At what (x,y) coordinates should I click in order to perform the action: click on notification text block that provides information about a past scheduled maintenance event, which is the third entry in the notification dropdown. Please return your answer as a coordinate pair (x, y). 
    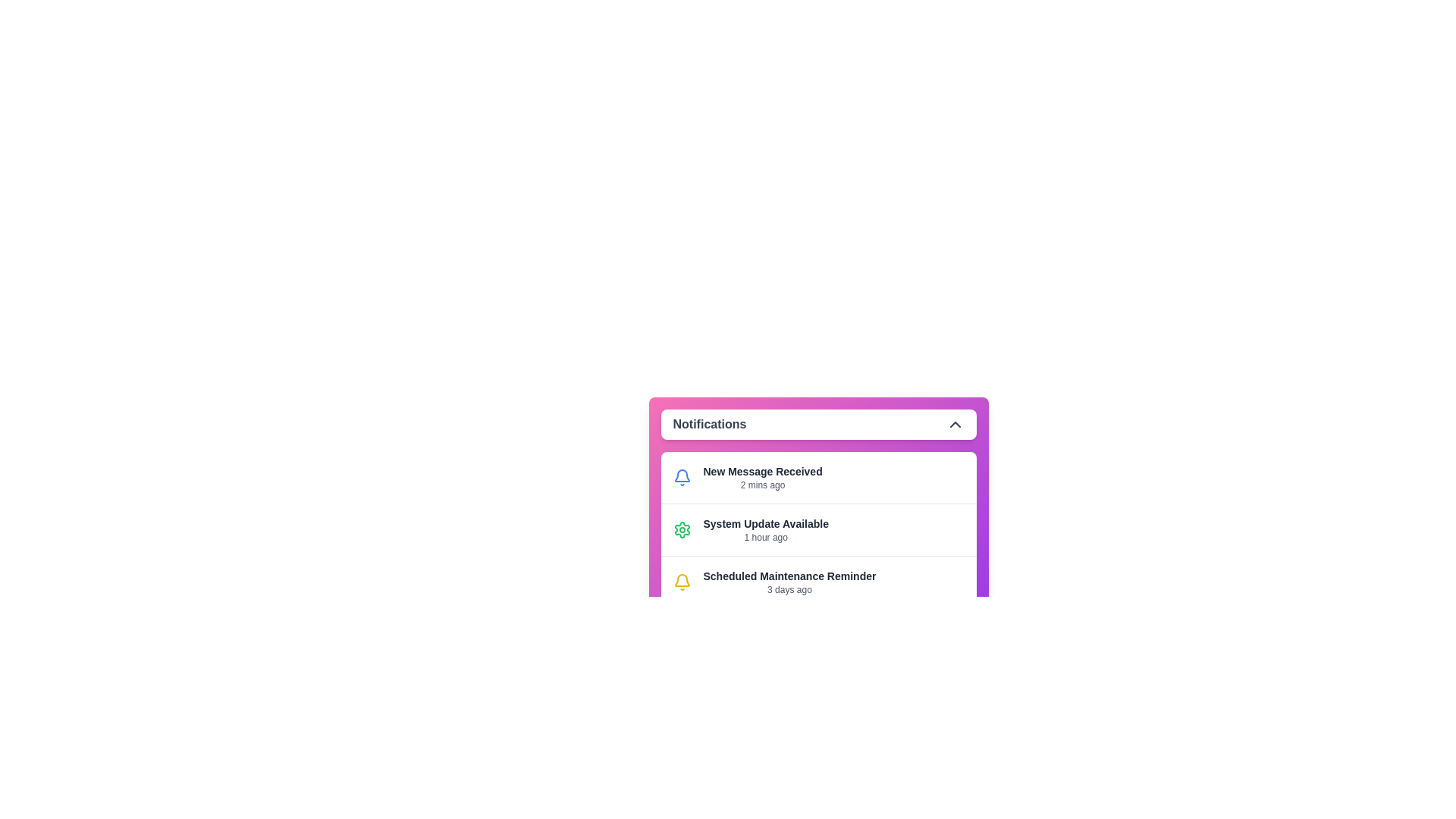
    Looking at the image, I should click on (789, 581).